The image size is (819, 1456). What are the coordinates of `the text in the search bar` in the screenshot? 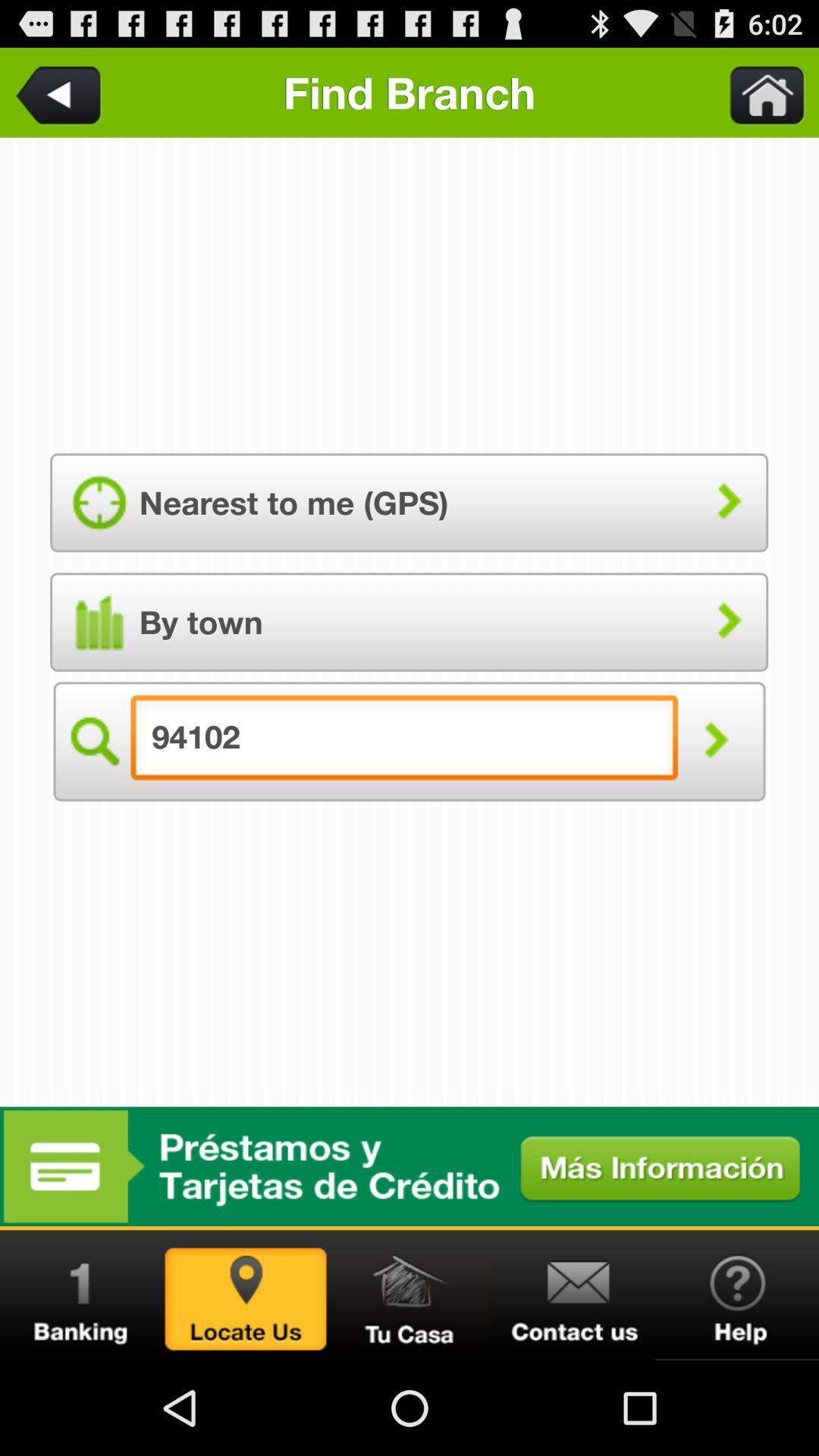 It's located at (403, 742).